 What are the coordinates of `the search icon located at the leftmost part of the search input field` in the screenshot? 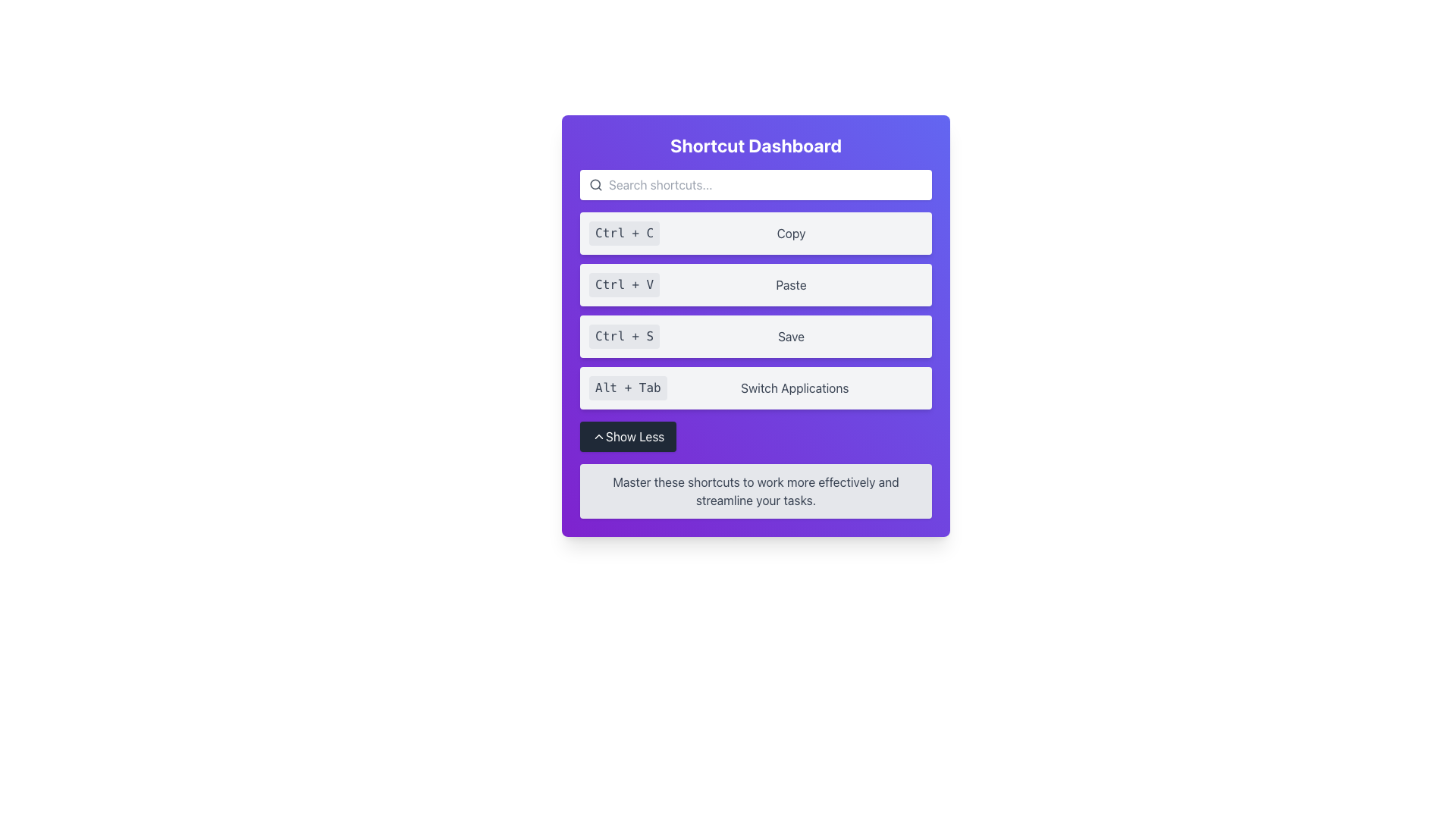 It's located at (595, 184).